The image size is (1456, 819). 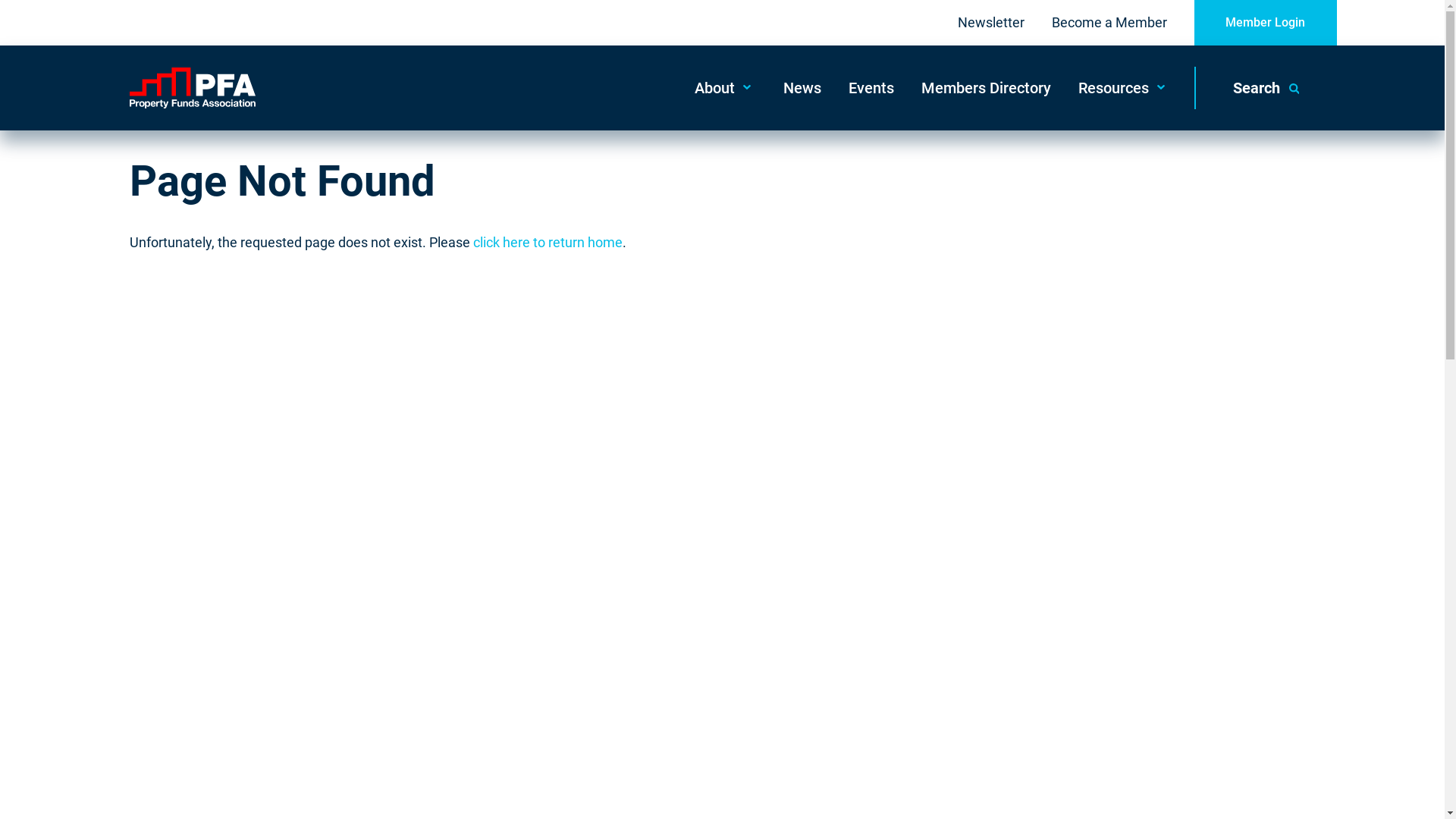 I want to click on 'Member Login', so click(x=1265, y=23).